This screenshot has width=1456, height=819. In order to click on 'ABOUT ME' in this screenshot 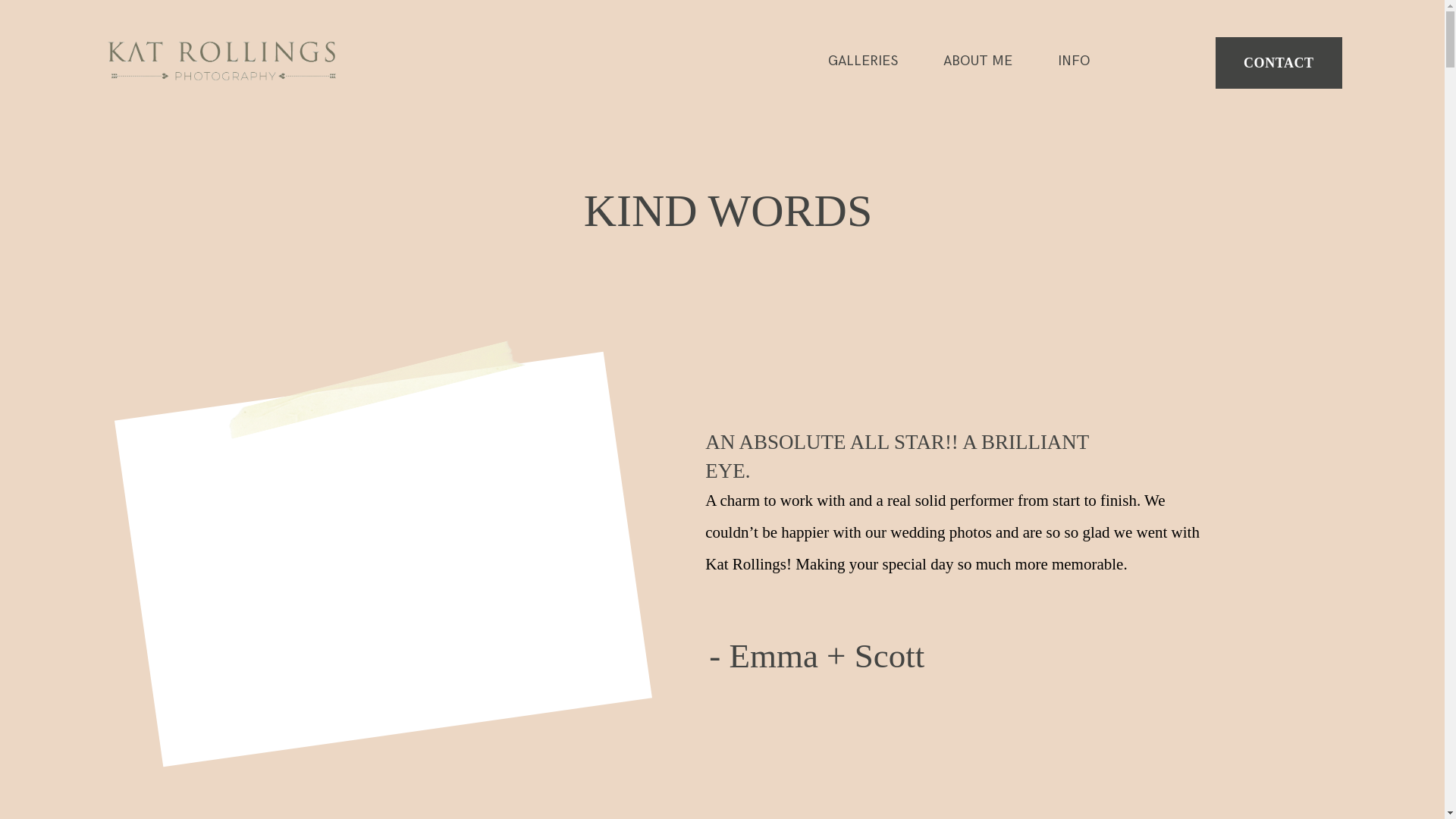, I will do `click(942, 61)`.